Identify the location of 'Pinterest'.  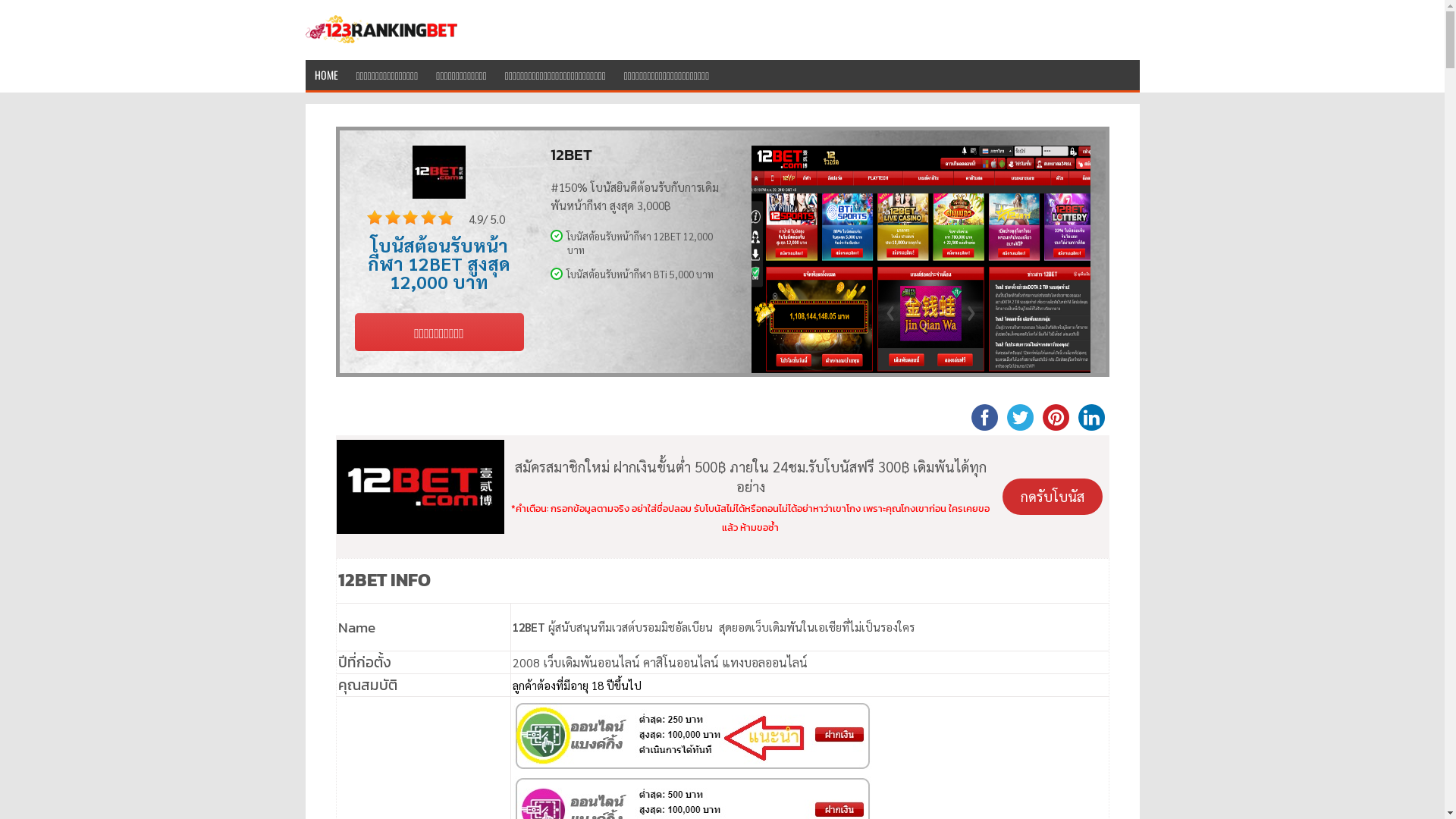
(1037, 416).